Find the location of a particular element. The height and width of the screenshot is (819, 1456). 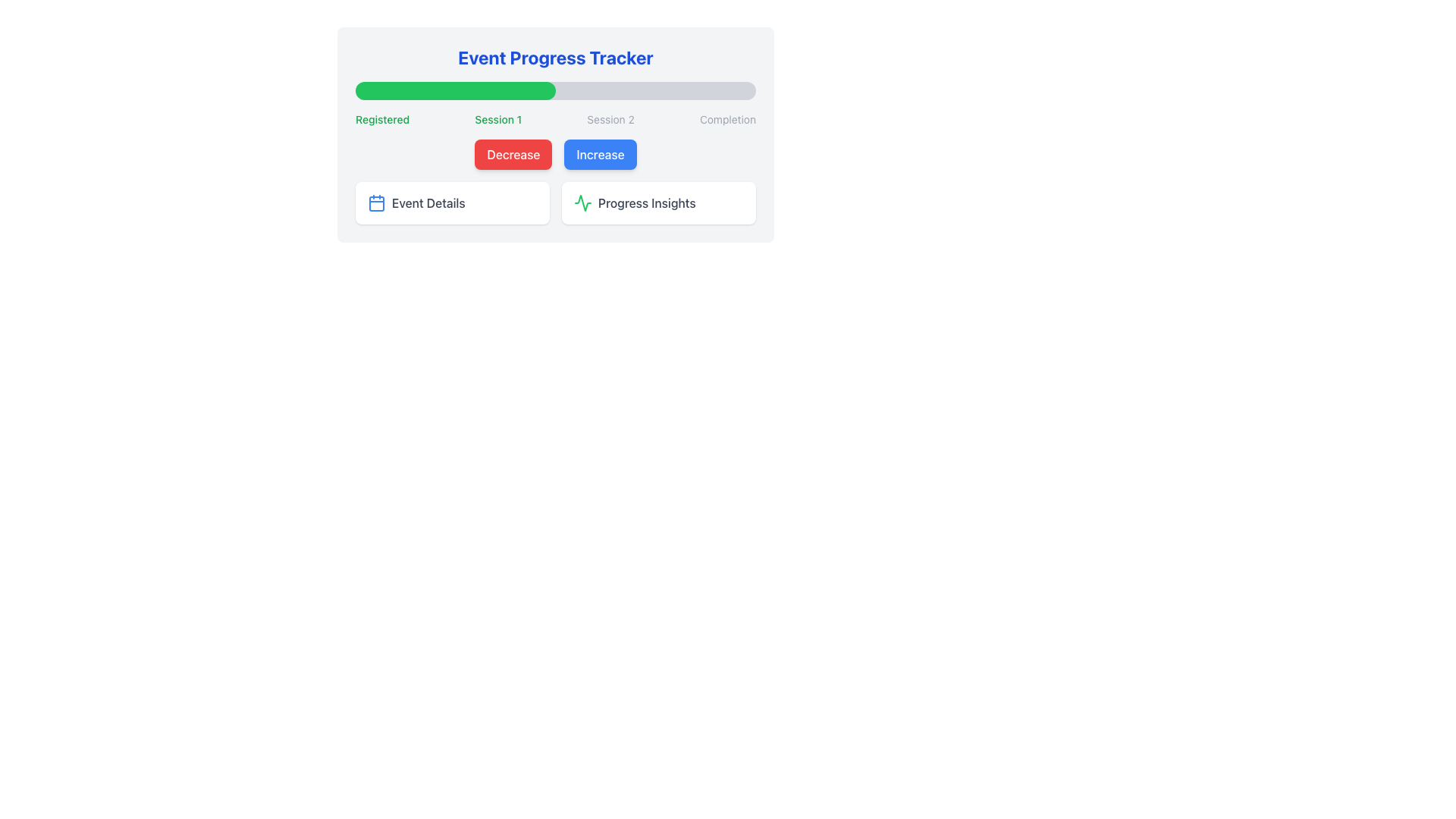

the green text label reading 'Session 1', which is the second label in a horizontal row of four labels located under a progress bar is located at coordinates (498, 119).